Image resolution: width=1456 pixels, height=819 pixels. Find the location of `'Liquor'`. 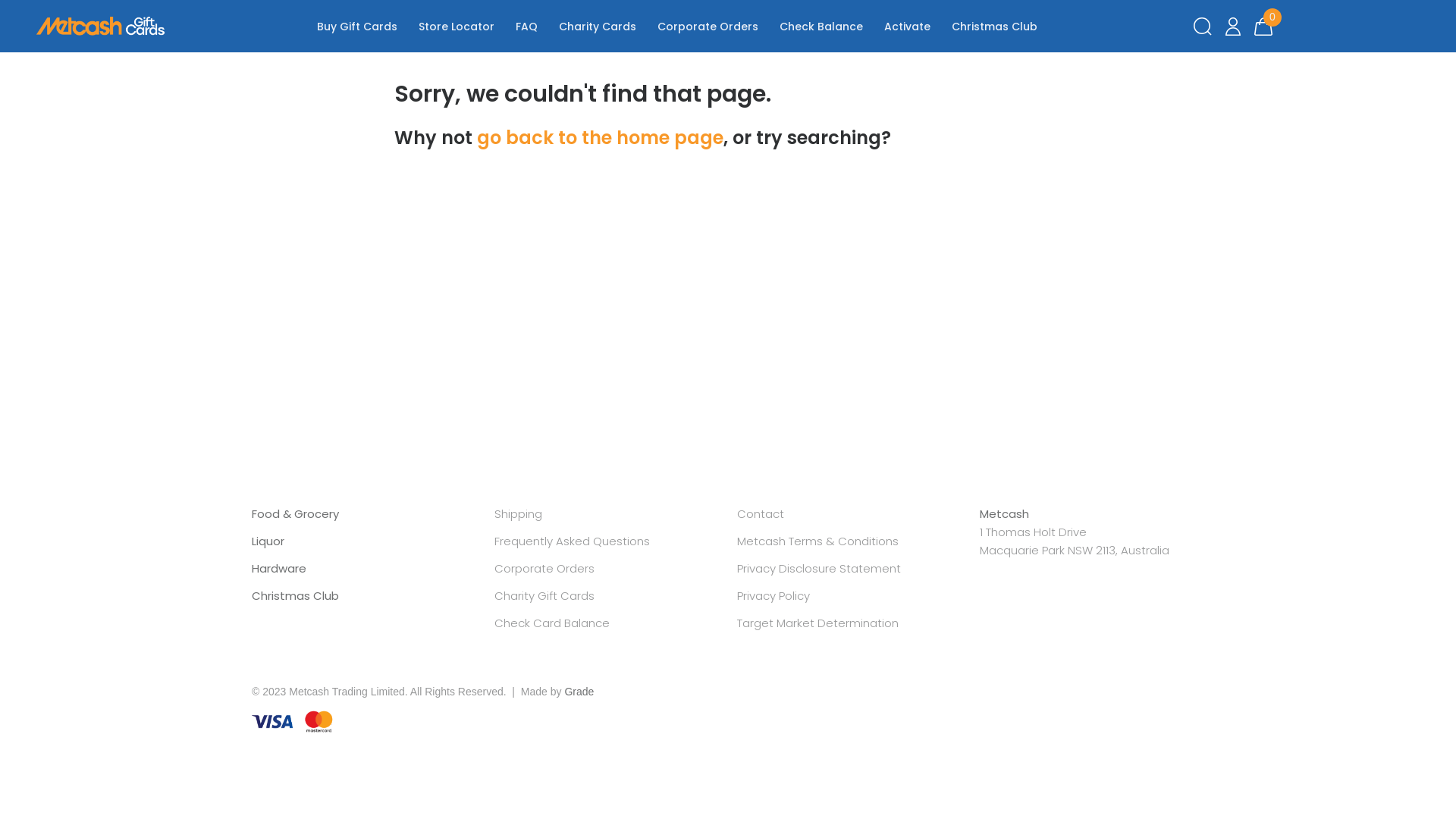

'Liquor' is located at coordinates (268, 540).